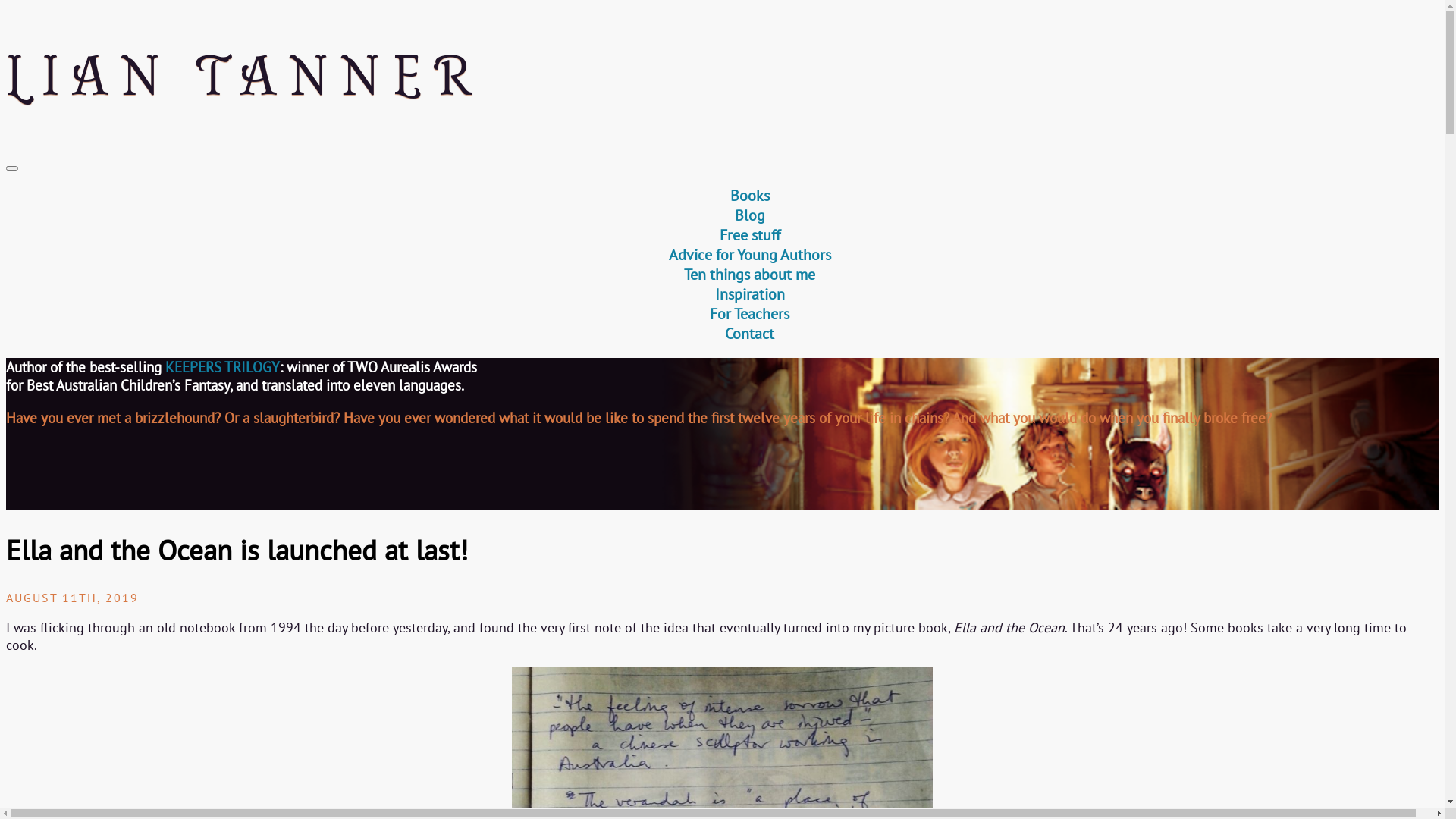  Describe the element at coordinates (749, 294) in the screenshot. I see `'Inspiration'` at that location.